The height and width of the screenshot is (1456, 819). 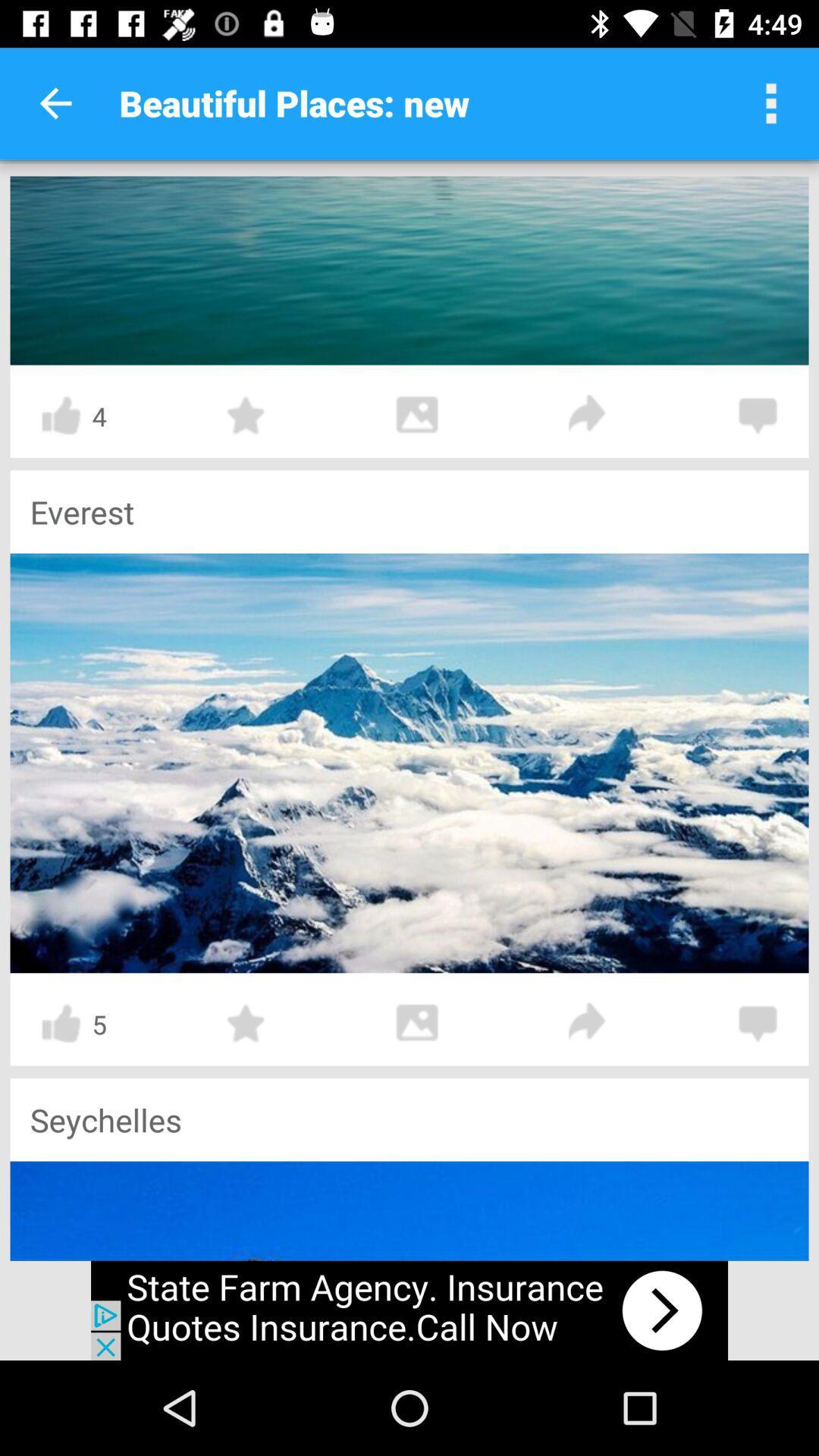 I want to click on publication, so click(x=409, y=763).